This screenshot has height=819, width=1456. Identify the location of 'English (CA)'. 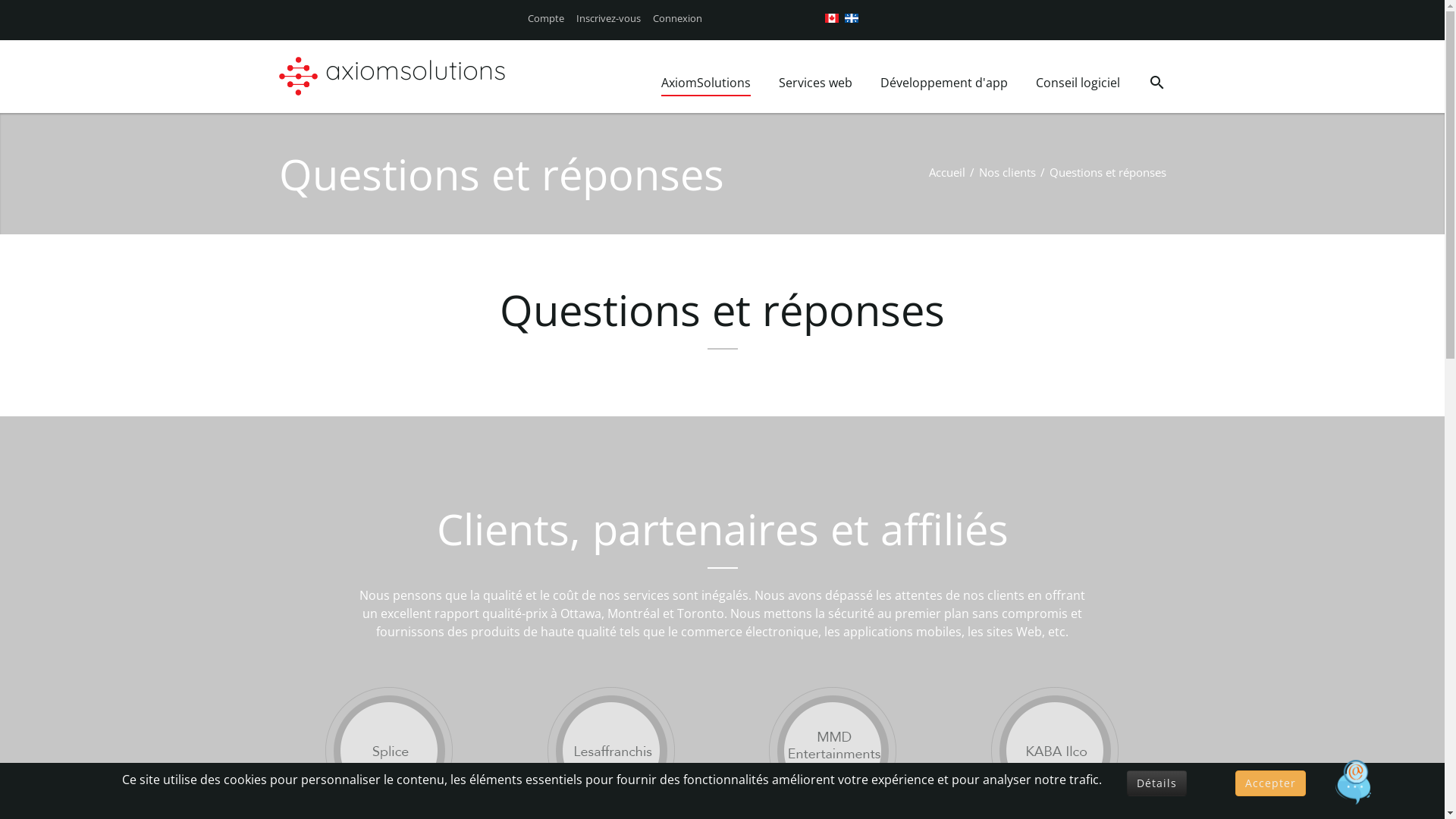
(831, 17).